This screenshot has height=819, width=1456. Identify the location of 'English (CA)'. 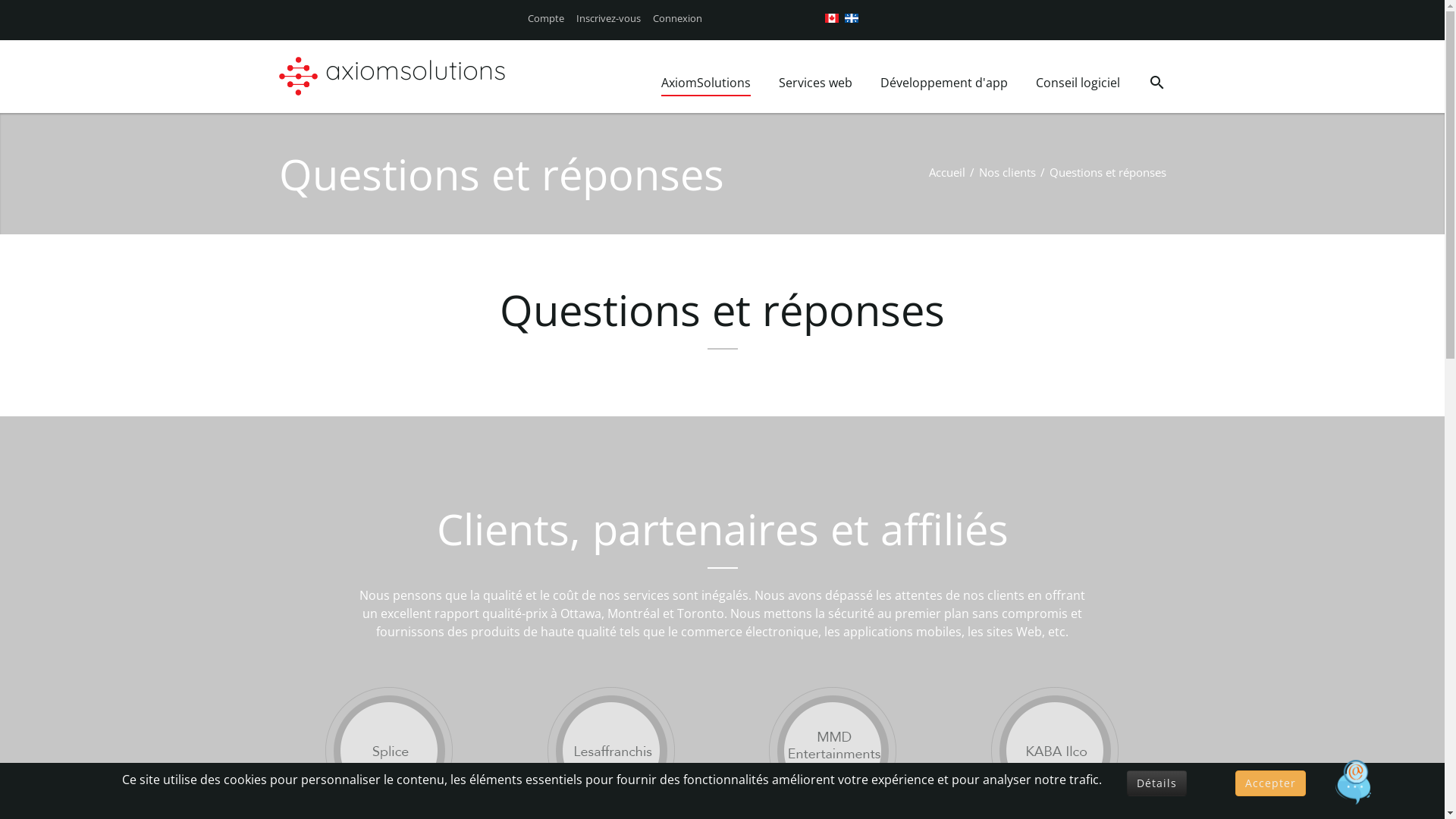
(831, 17).